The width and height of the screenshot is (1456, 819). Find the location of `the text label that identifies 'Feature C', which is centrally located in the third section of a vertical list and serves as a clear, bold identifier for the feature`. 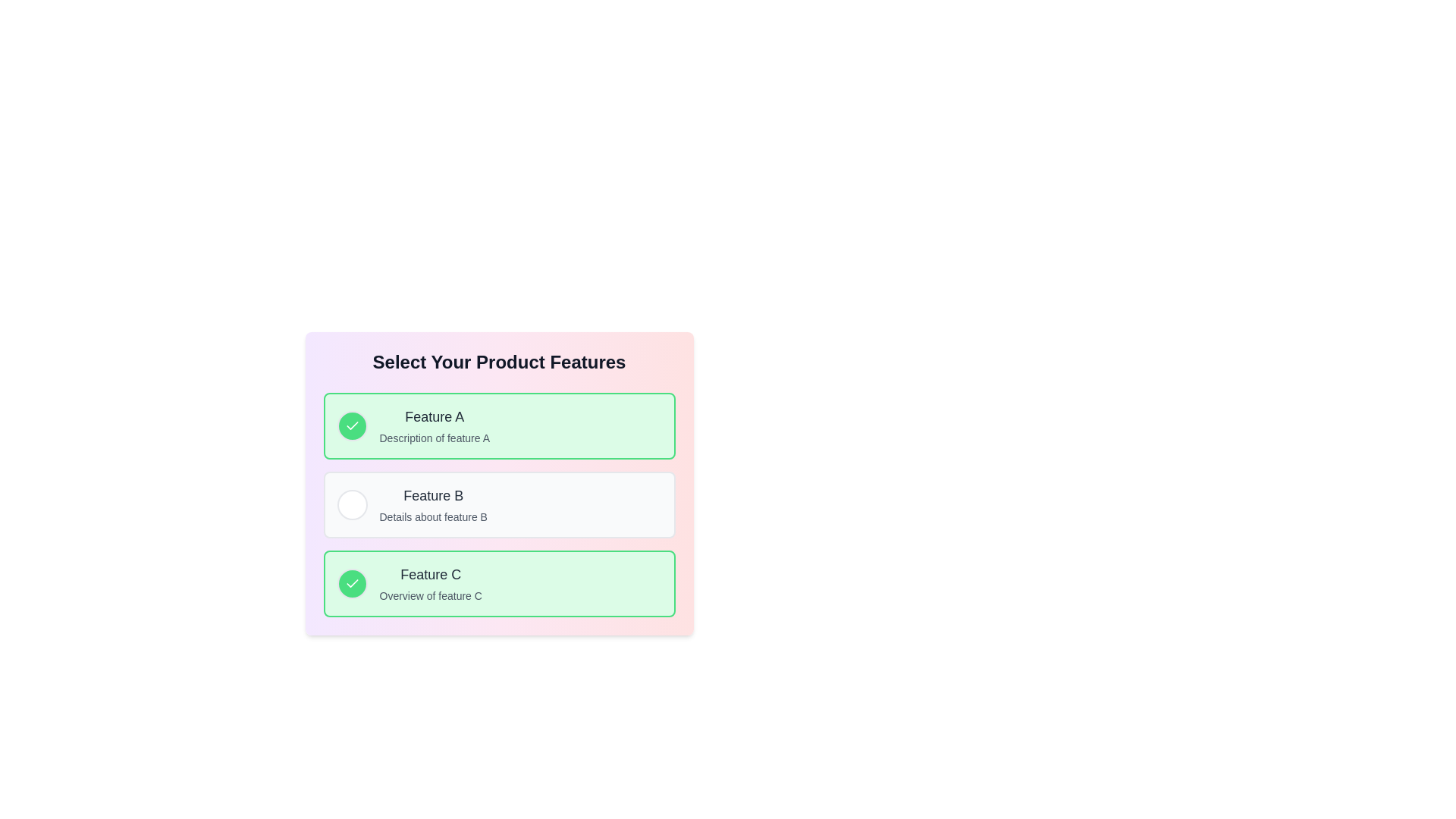

the text label that identifies 'Feature C', which is centrally located in the third section of a vertical list and serves as a clear, bold identifier for the feature is located at coordinates (430, 575).